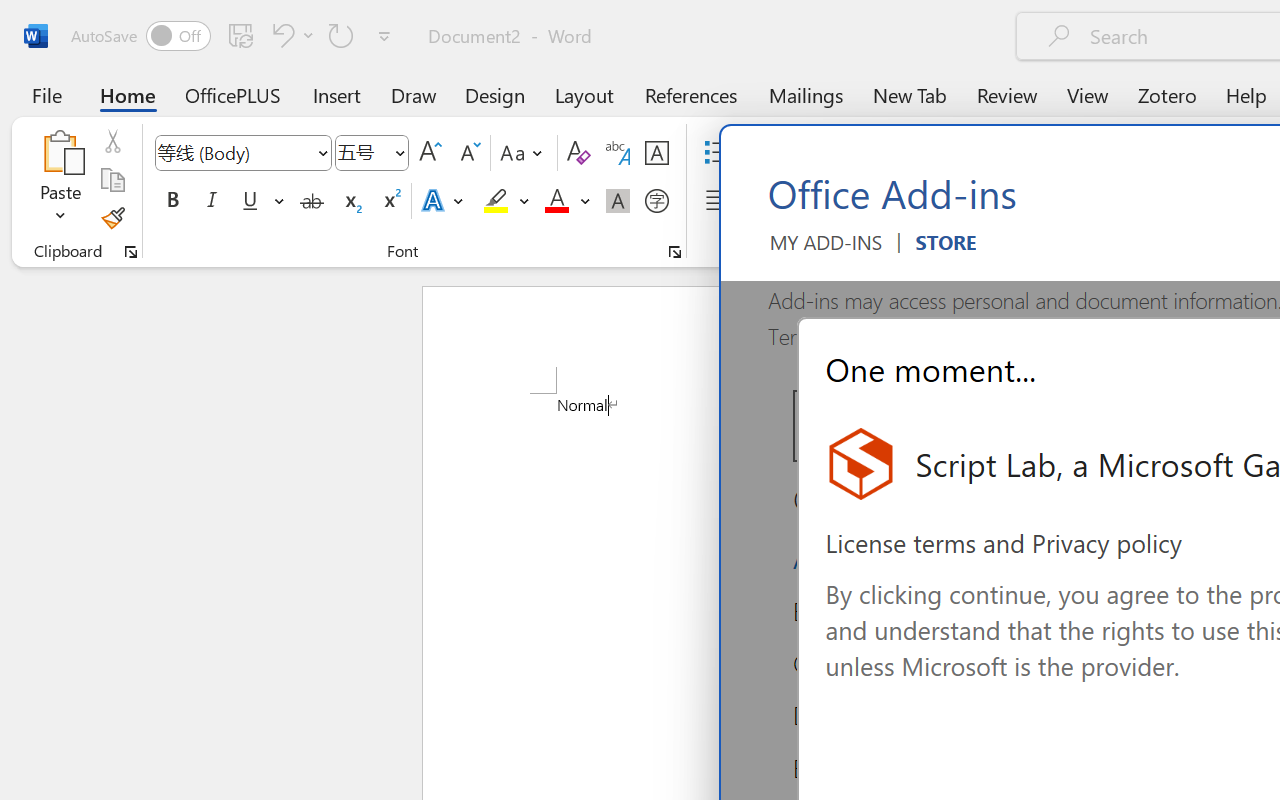 This screenshot has width=1280, height=800. Describe the element at coordinates (289, 34) in the screenshot. I see `'Undo Apply Quick Style'` at that location.